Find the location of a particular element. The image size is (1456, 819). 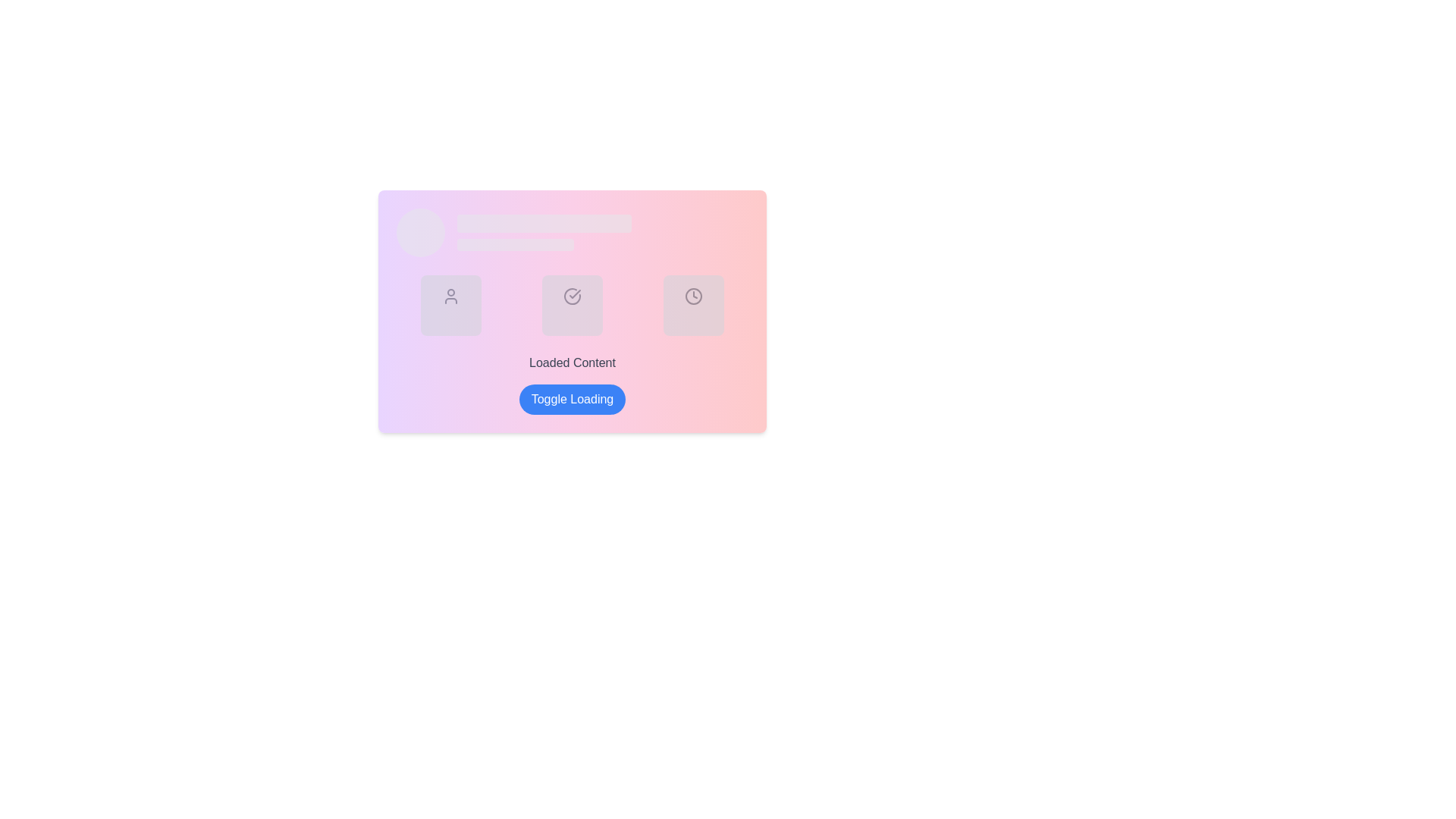

the clock icon, which is the third icon in a horizontally arranged group of three icons, featuring a circular outline and modern design, set against a gray background is located at coordinates (693, 296).